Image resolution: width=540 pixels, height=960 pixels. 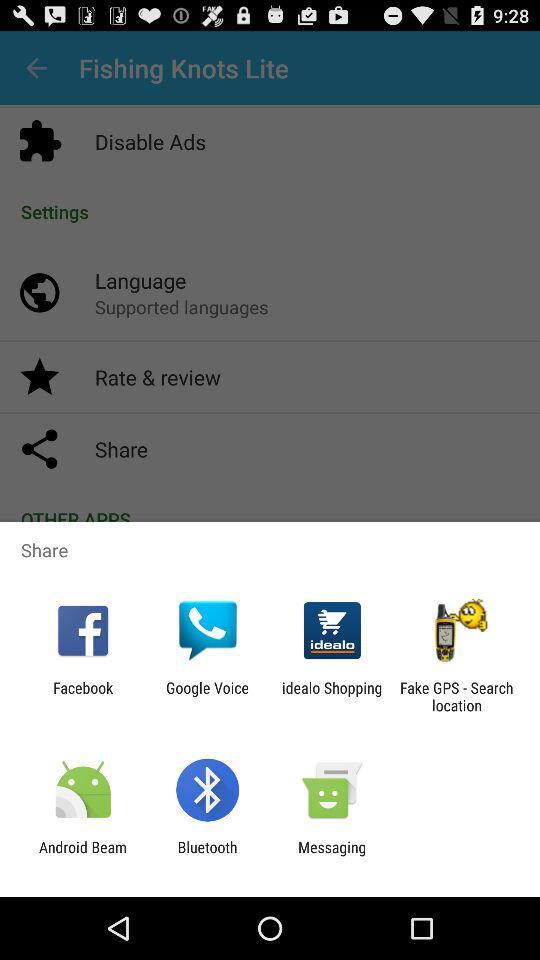 I want to click on the item to the right of the google voice app, so click(x=332, y=696).